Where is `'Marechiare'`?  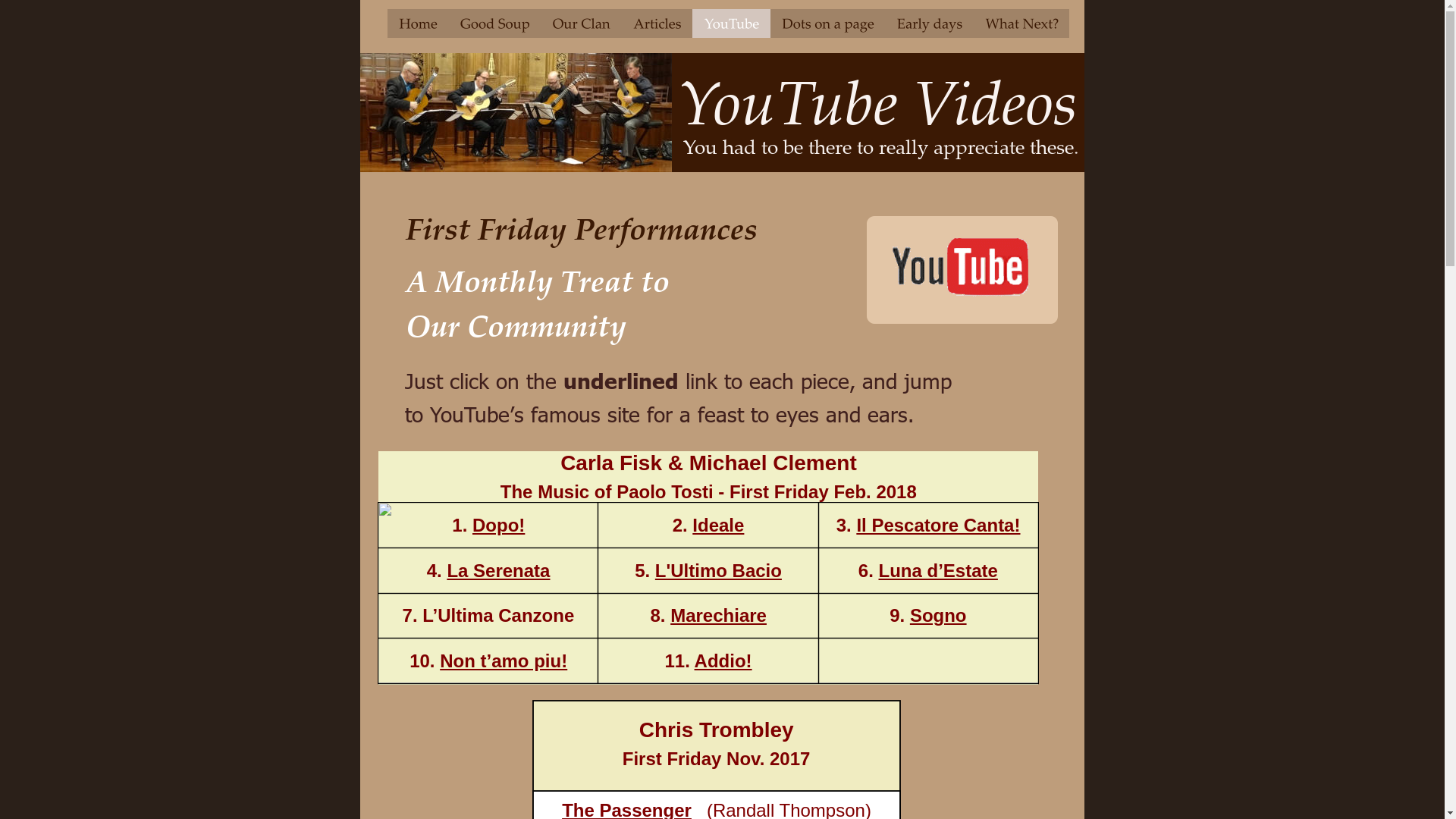 'Marechiare' is located at coordinates (717, 615).